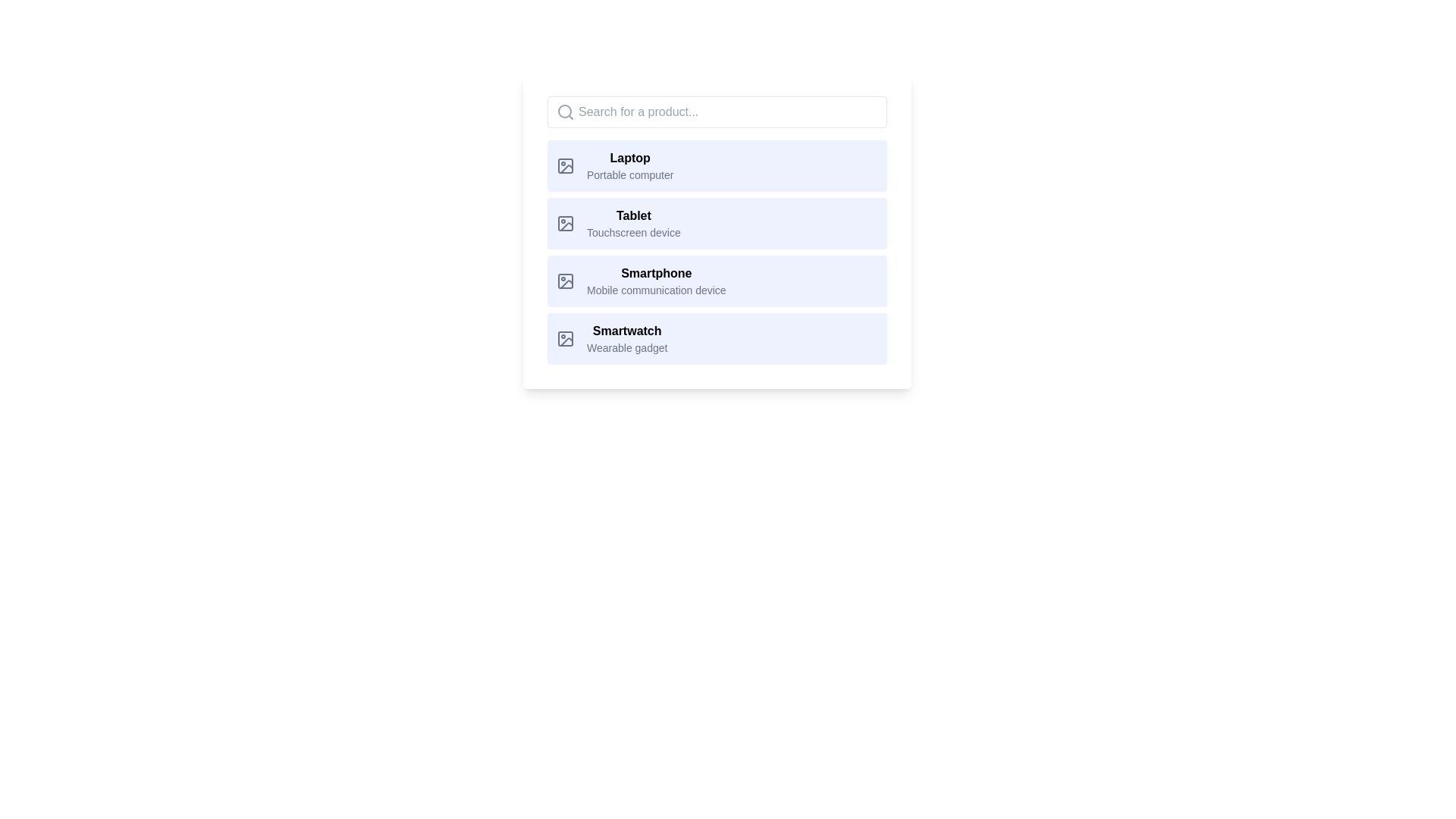 The height and width of the screenshot is (819, 1456). I want to click on the second item in the dropdown list, which is a selectable option labeled 'Tablet', so click(716, 251).